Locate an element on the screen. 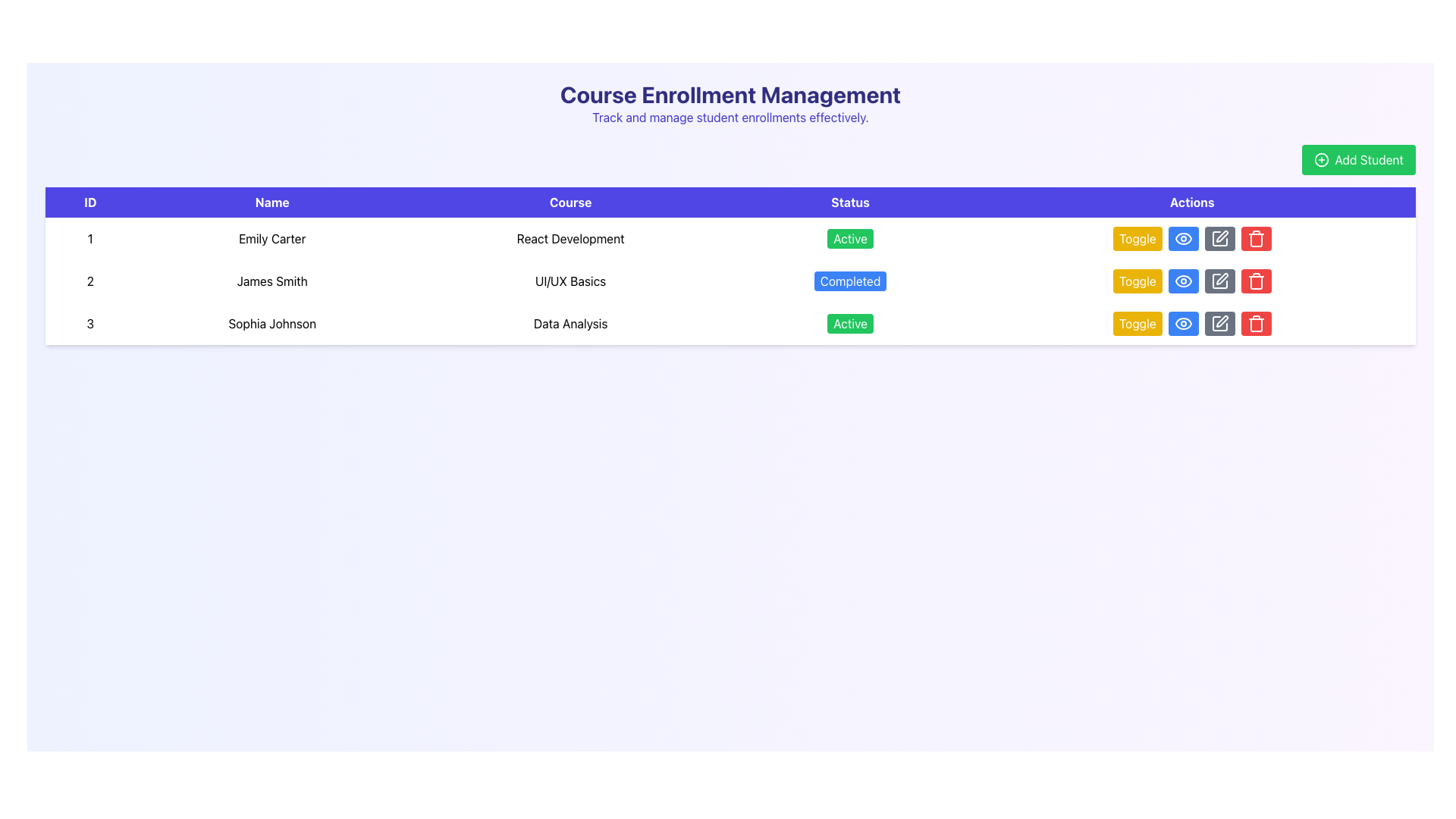 Image resolution: width=1456 pixels, height=819 pixels. the identifier text cell located in the last row of the data table, which is positioned directly left of the 'Sophia Johnson' text in the Name column is located at coordinates (89, 323).